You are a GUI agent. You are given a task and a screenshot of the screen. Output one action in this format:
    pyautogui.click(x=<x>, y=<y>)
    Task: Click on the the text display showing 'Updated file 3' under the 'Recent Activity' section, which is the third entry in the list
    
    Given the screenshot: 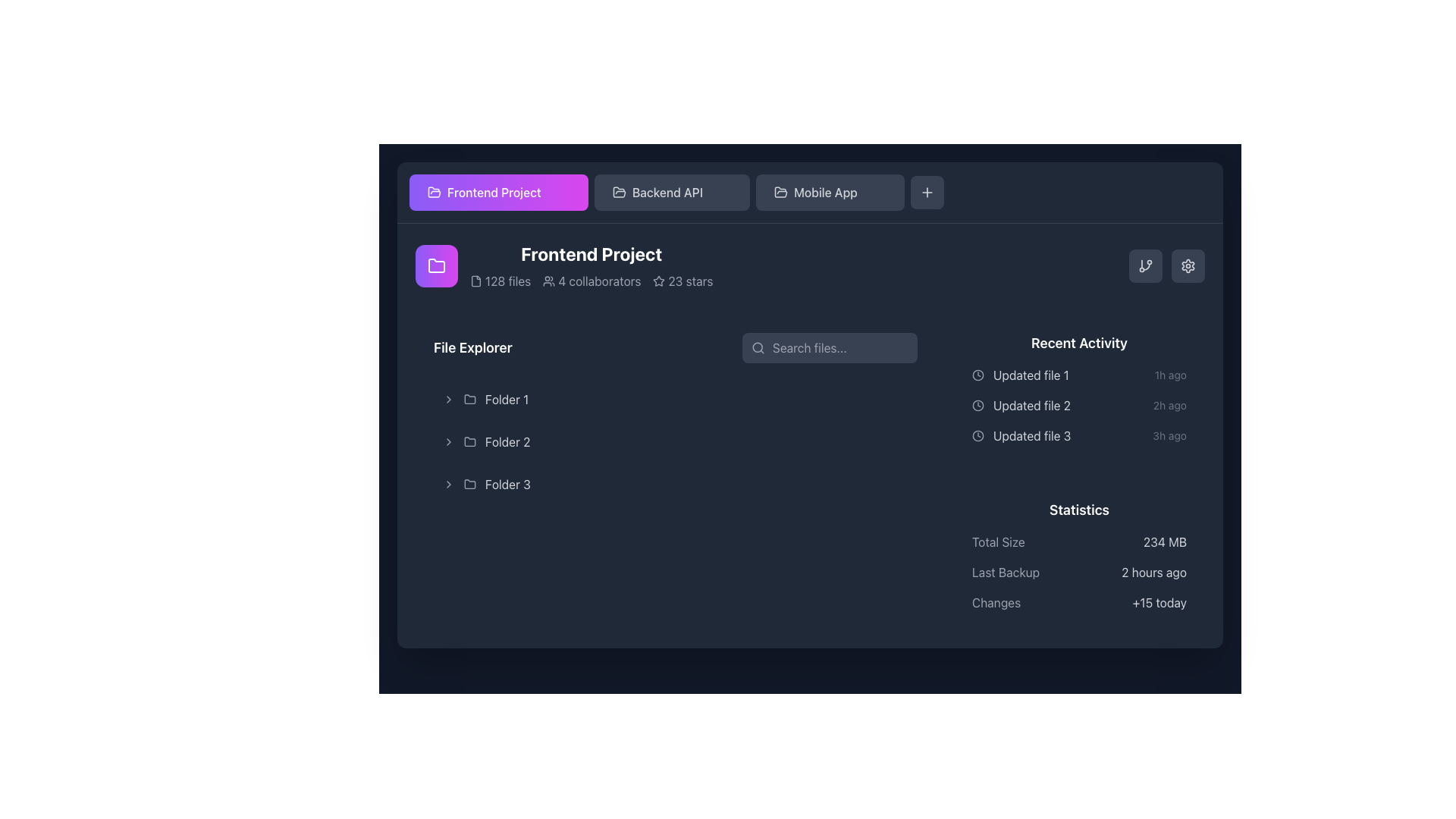 What is the action you would take?
    pyautogui.click(x=1031, y=435)
    